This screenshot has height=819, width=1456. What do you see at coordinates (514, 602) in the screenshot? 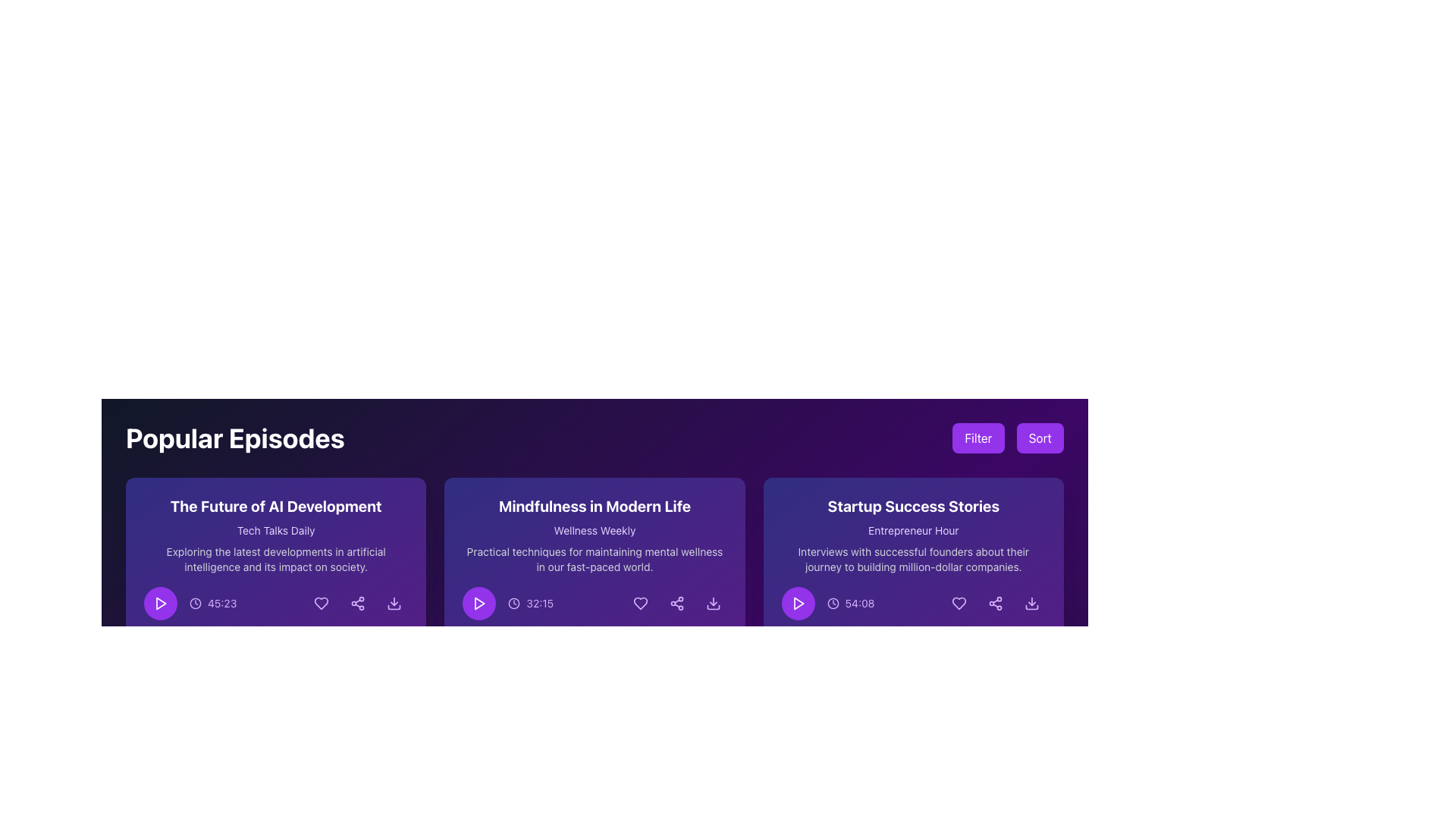
I see `the circular vector graphic that represents the dial of the clock icon located in the lower section of the 'Mindfulness in Modern Life' card` at bounding box center [514, 602].